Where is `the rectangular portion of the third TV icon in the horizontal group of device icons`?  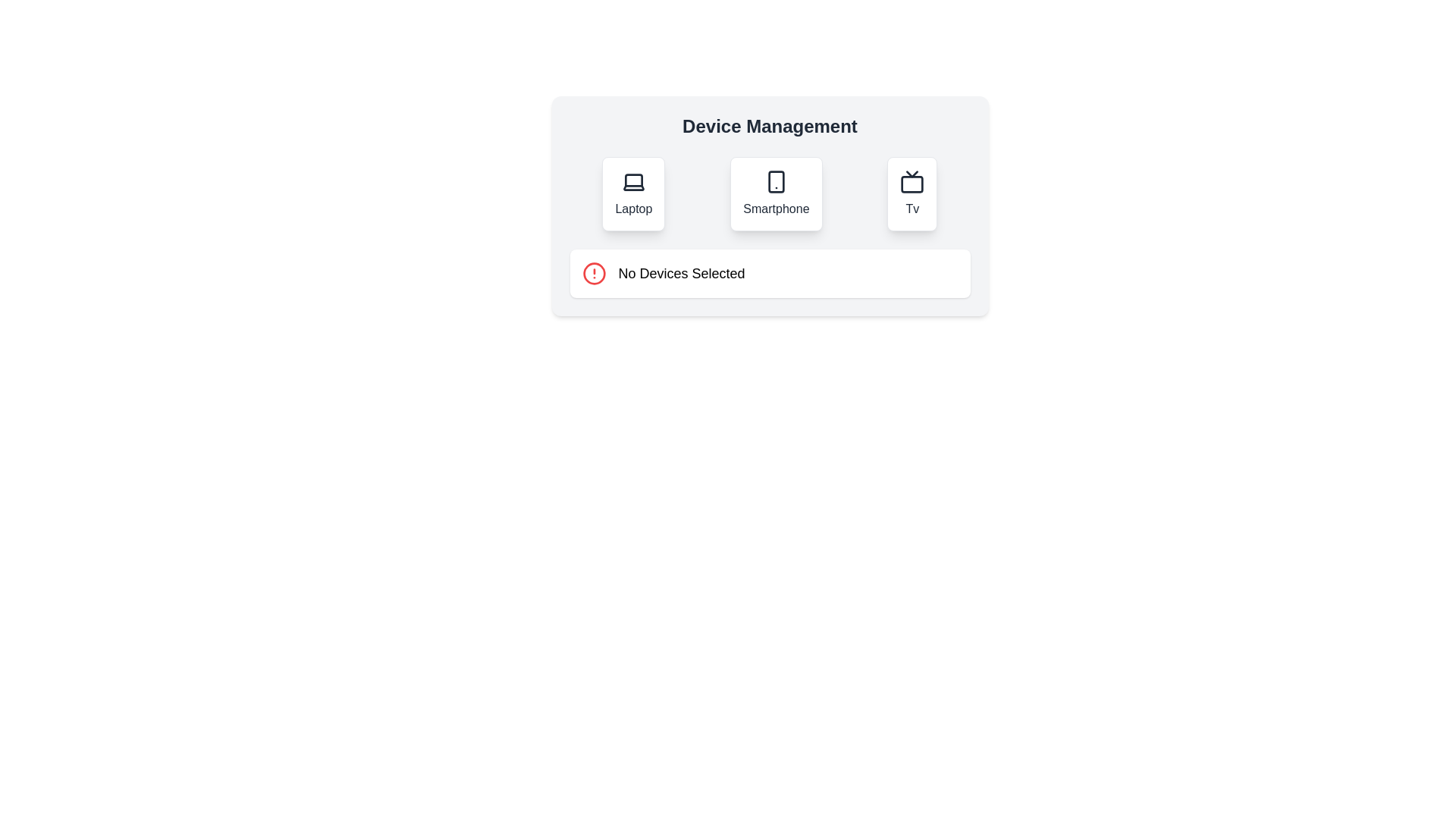
the rectangular portion of the third TV icon in the horizontal group of device icons is located at coordinates (912, 184).